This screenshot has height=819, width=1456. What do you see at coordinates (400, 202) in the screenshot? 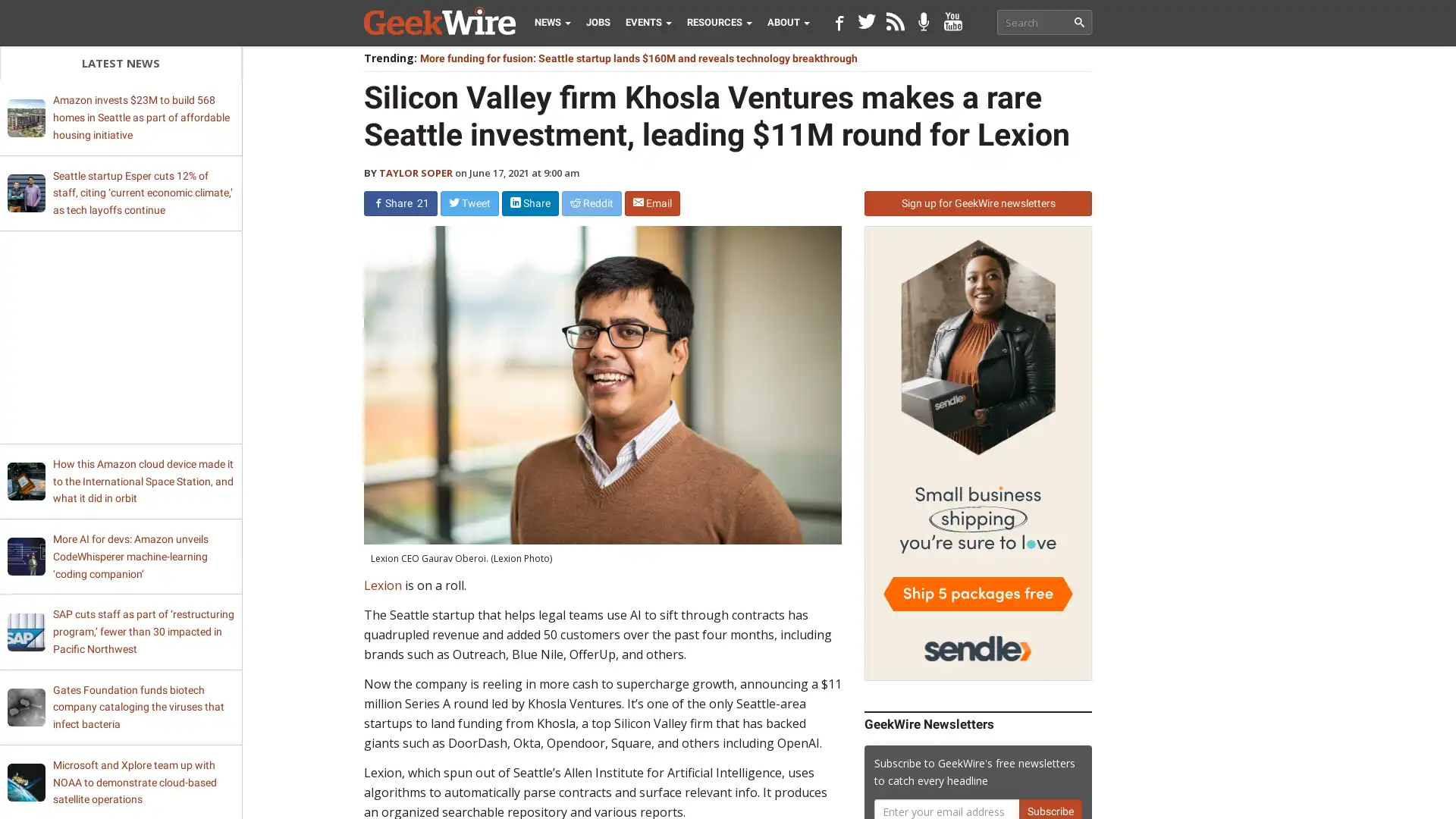
I see `Share  21` at bounding box center [400, 202].